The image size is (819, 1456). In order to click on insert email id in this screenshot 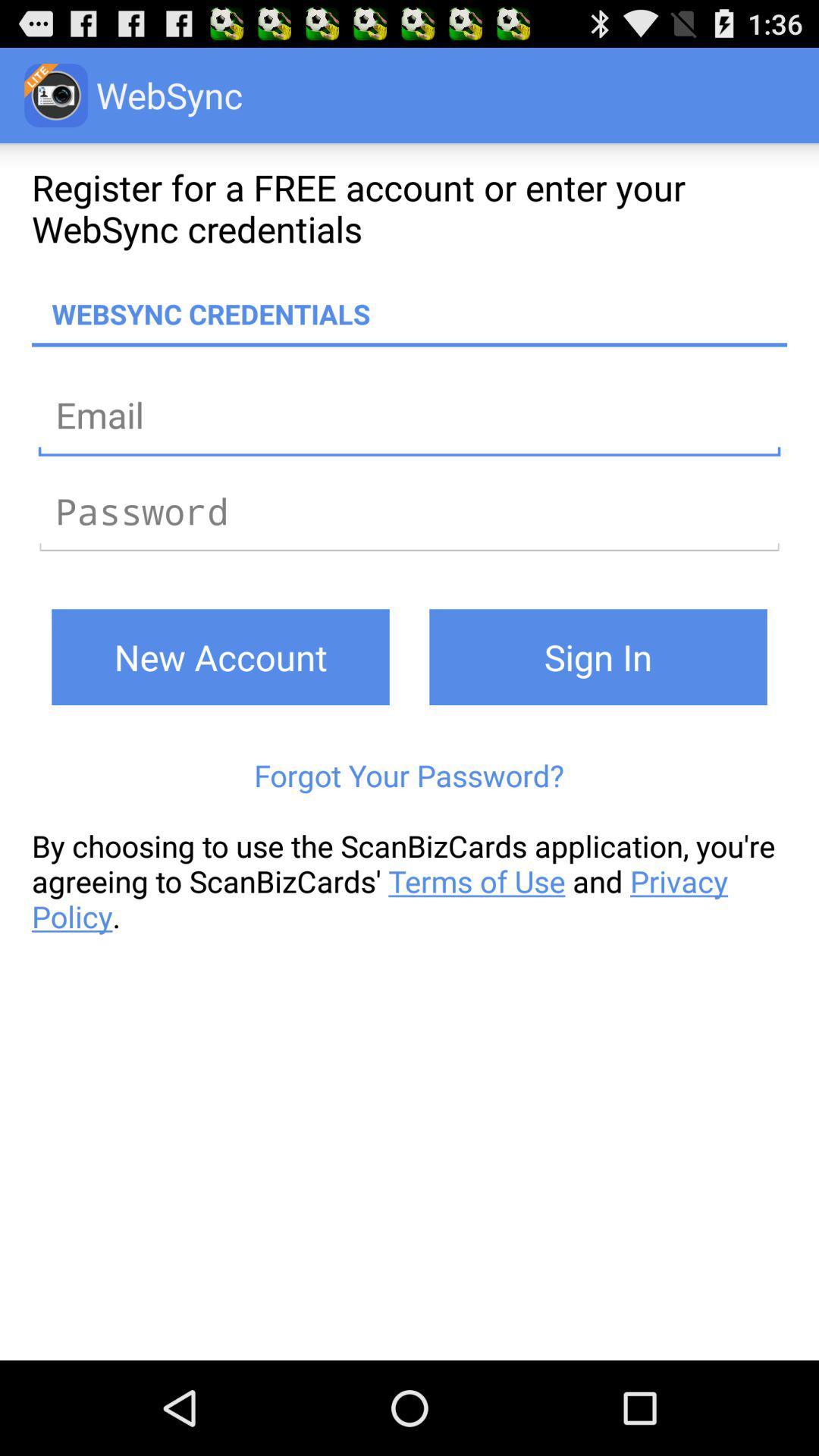, I will do `click(409, 415)`.